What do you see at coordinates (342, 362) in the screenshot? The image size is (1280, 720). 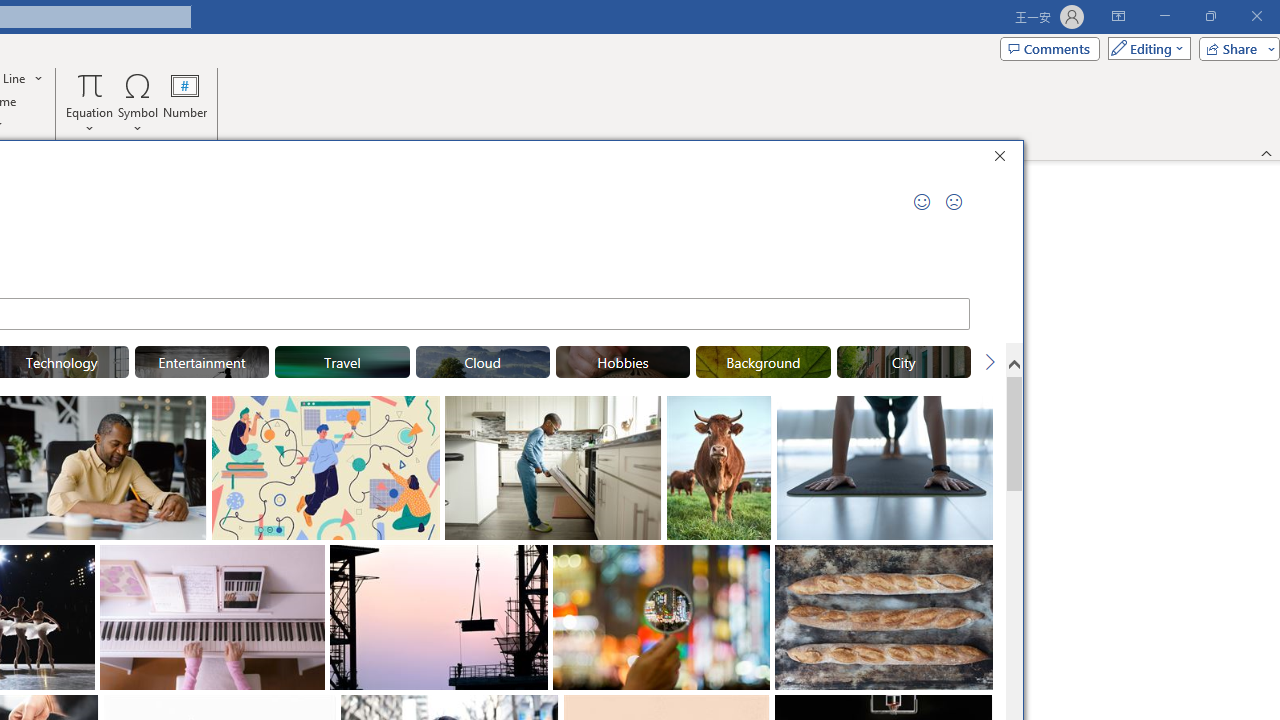 I see `'"Travel" Stock Images.'` at bounding box center [342, 362].